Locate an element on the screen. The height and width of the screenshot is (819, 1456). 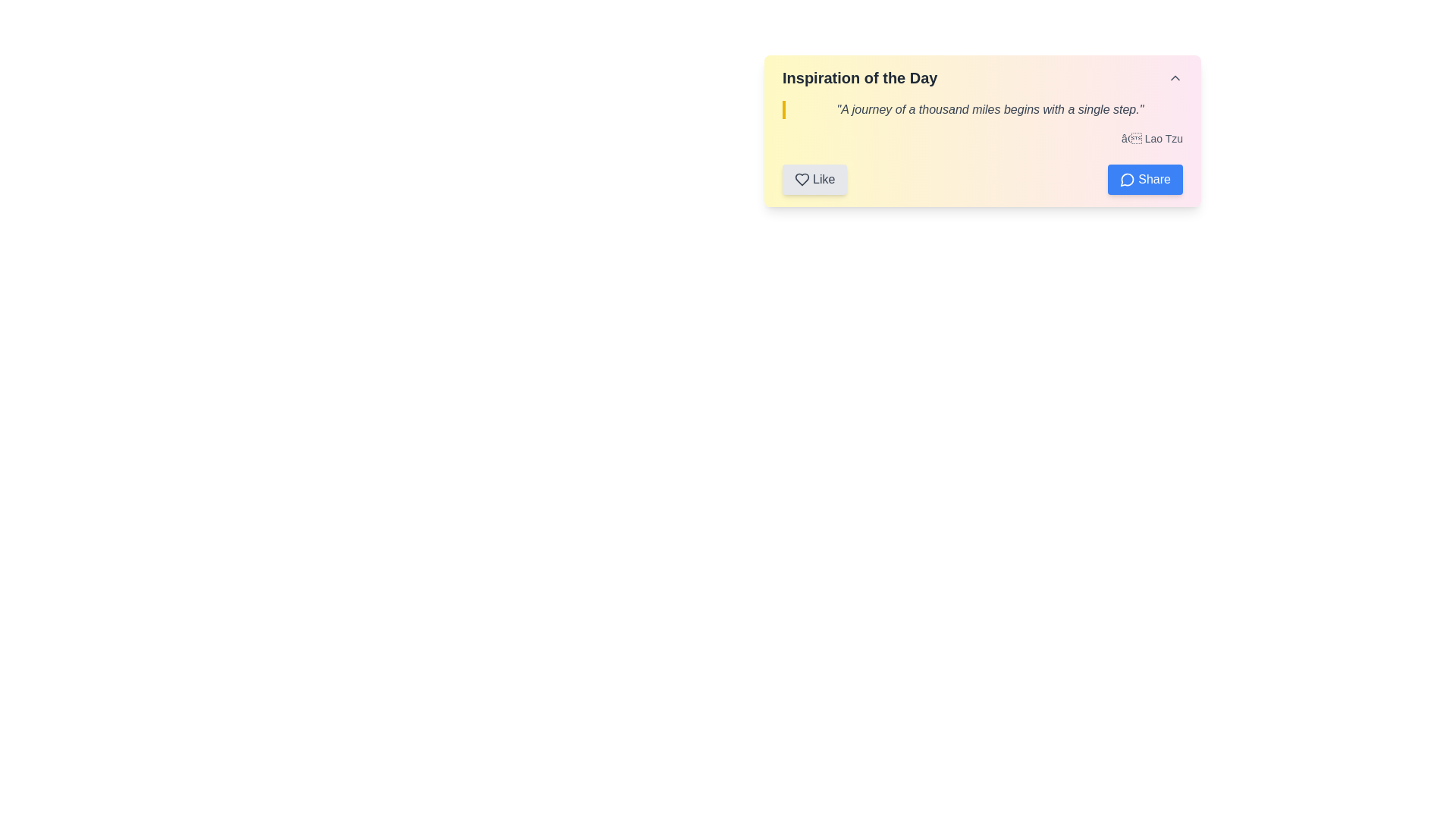
the 'Like' button located below the quote box, which is the first interactive element on the left of the 'Share' button is located at coordinates (814, 178).